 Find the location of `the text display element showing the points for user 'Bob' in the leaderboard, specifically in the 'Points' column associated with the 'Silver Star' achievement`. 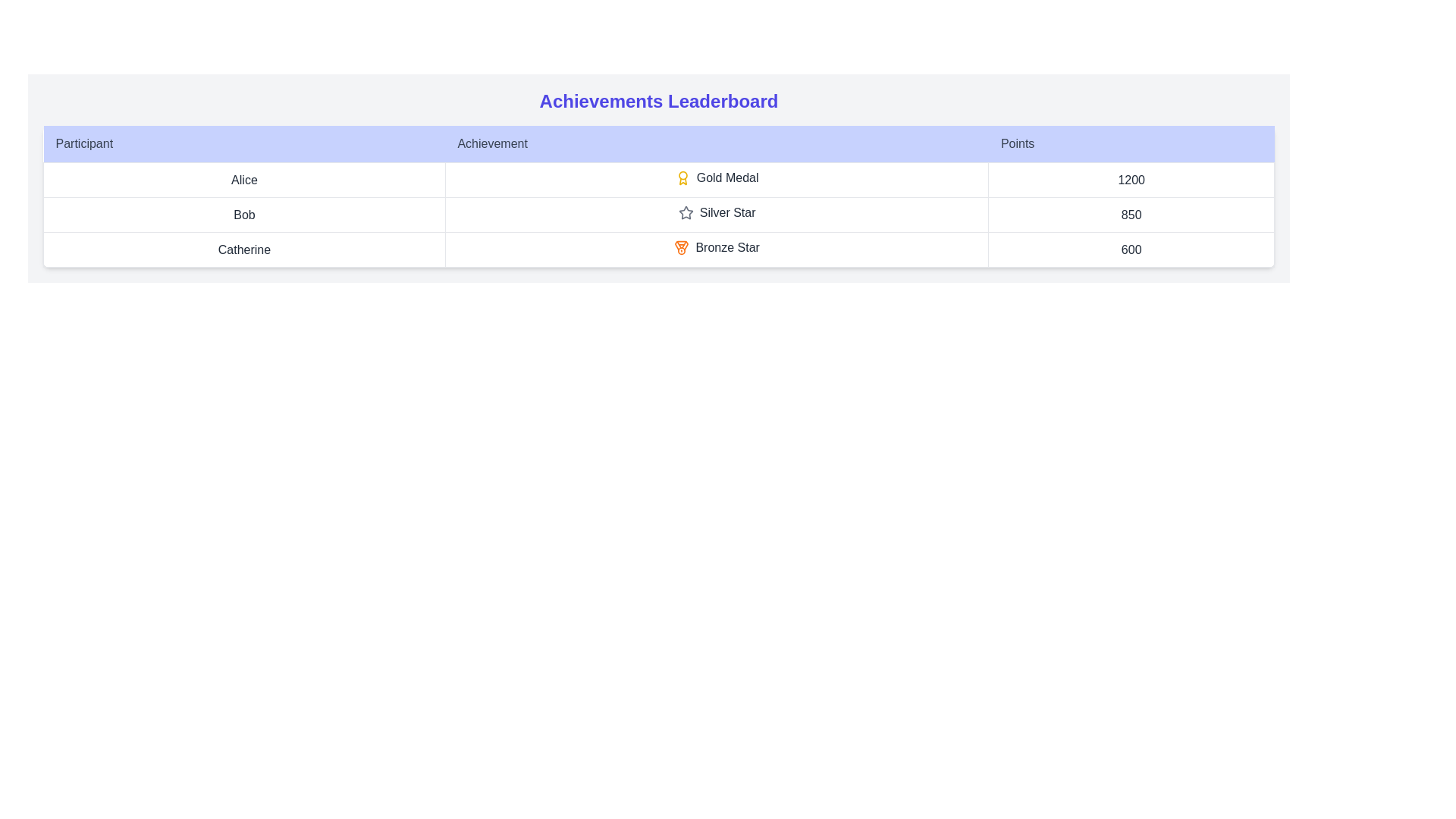

the text display element showing the points for user 'Bob' in the leaderboard, specifically in the 'Points' column associated with the 'Silver Star' achievement is located at coordinates (1131, 215).